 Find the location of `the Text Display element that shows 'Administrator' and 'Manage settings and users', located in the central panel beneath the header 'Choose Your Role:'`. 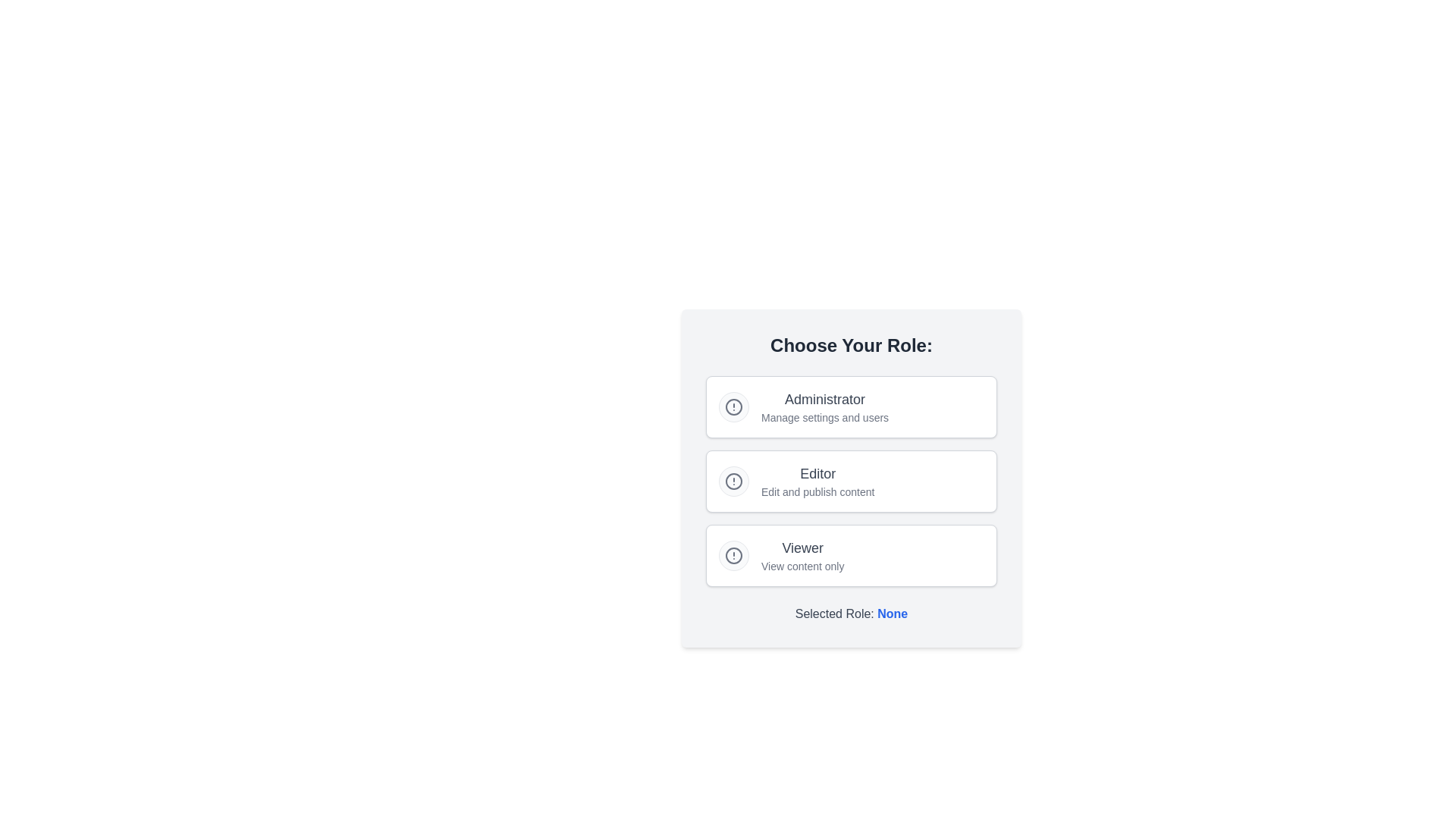

the Text Display element that shows 'Administrator' and 'Manage settings and users', located in the central panel beneath the header 'Choose Your Role:' is located at coordinates (824, 406).